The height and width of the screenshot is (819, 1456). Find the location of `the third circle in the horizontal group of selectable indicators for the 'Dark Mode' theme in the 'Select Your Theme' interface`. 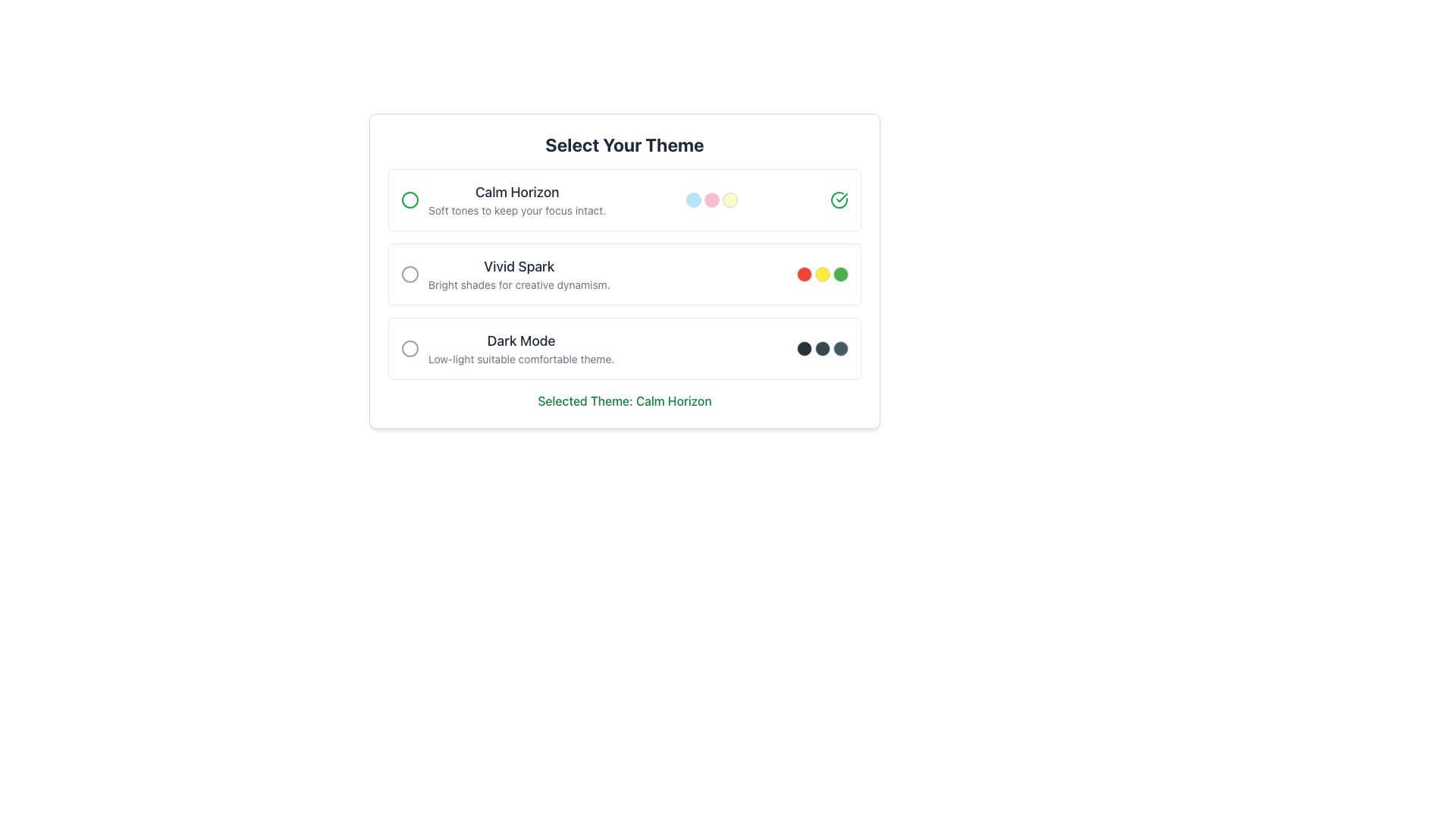

the third circle in the horizontal group of selectable indicators for the 'Dark Mode' theme in the 'Select Your Theme' interface is located at coordinates (839, 348).